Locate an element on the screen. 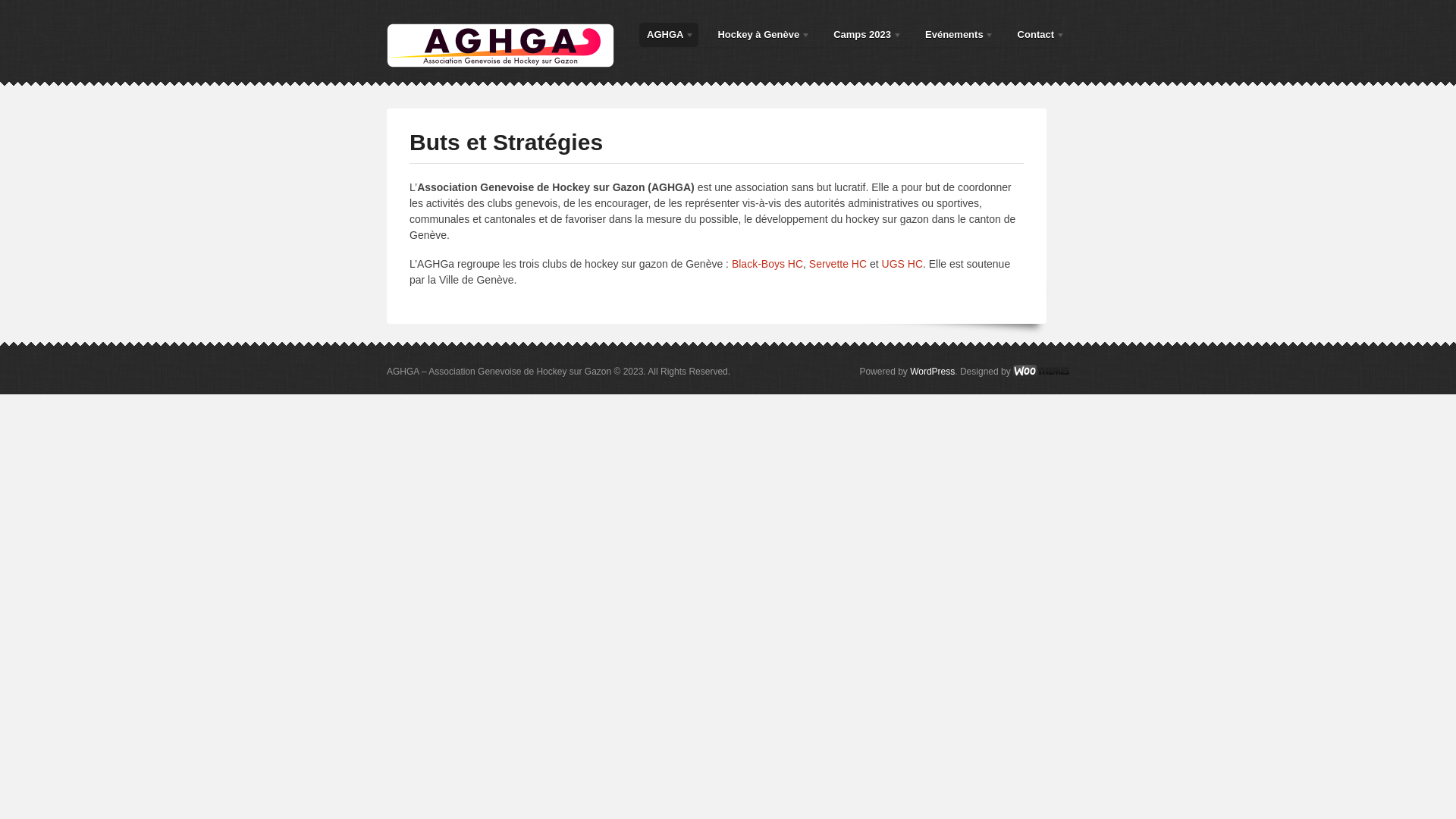  'Black-Boys HC' is located at coordinates (767, 262).